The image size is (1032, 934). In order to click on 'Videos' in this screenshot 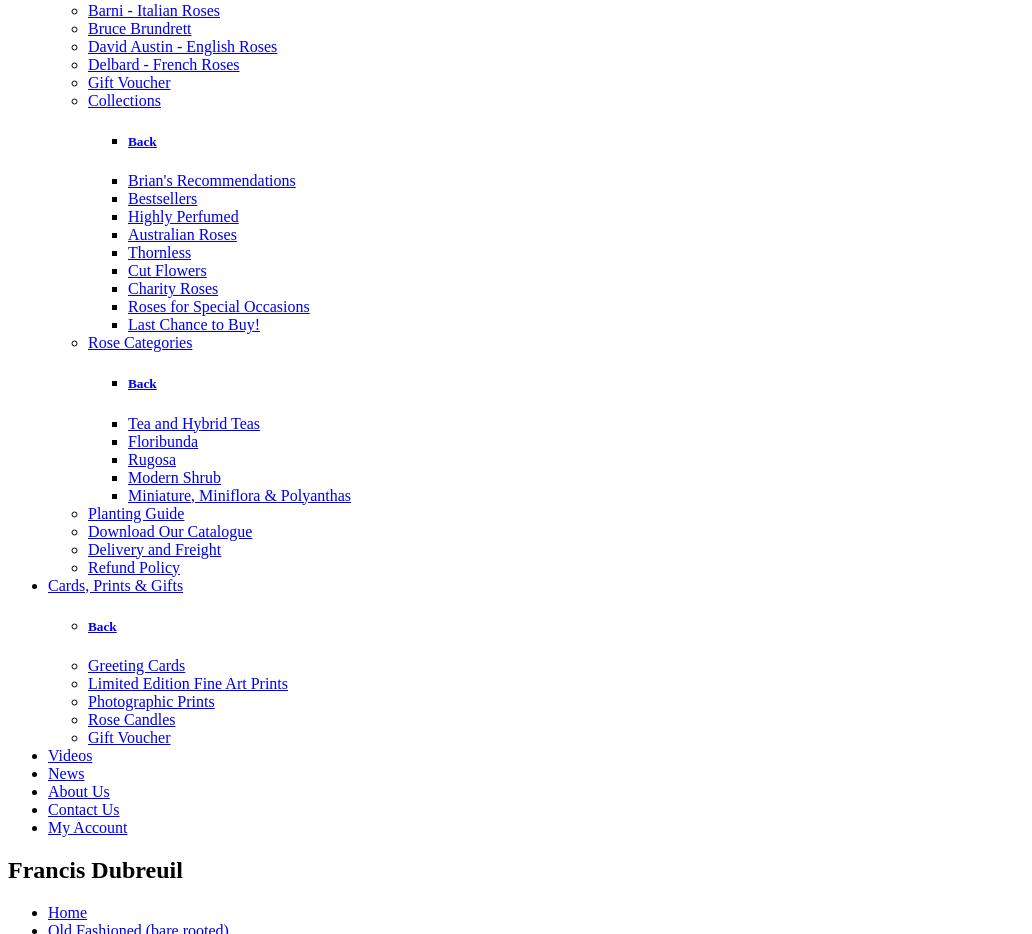, I will do `click(69, 753)`.